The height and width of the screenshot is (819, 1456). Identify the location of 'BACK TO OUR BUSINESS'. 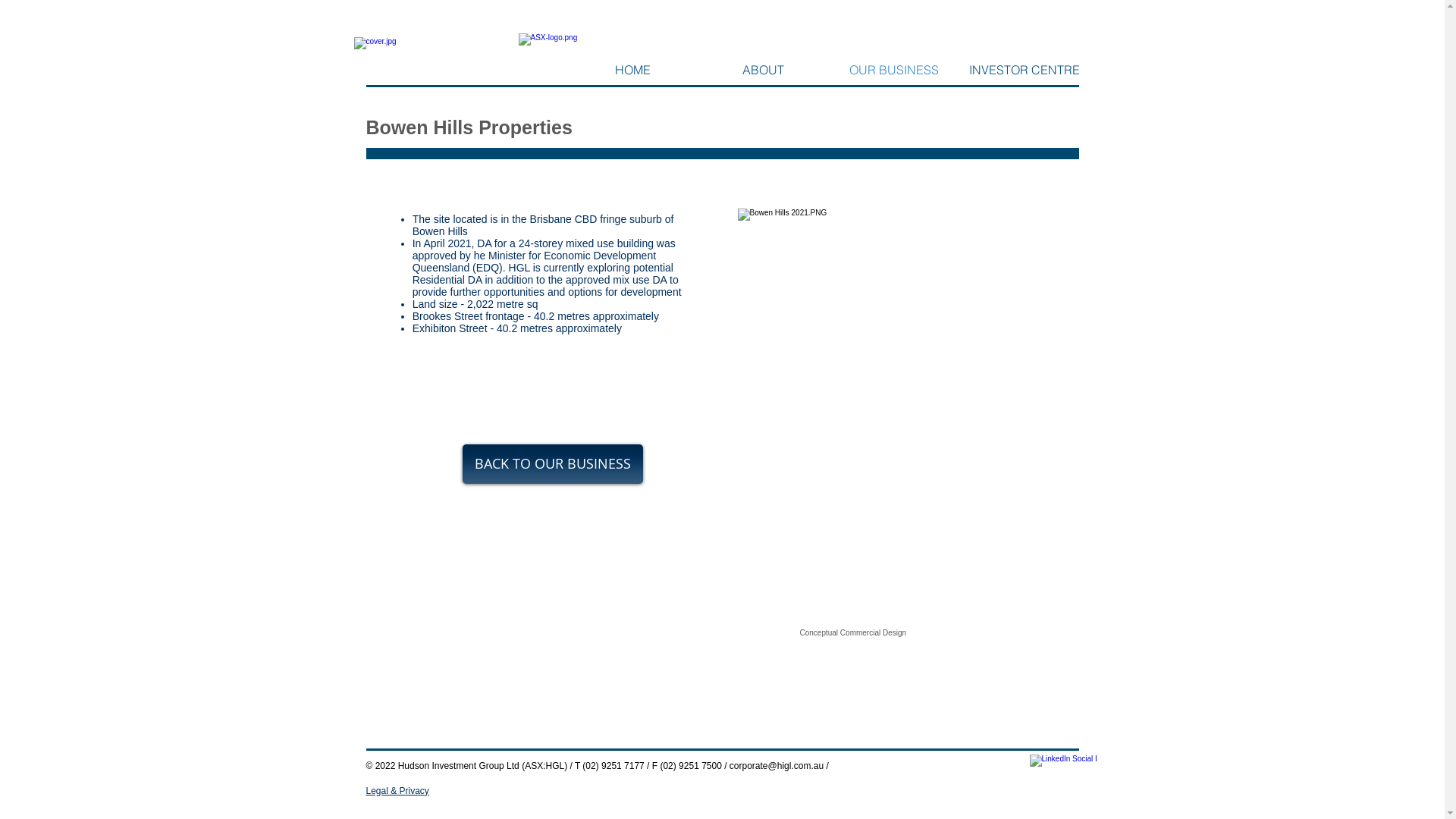
(552, 463).